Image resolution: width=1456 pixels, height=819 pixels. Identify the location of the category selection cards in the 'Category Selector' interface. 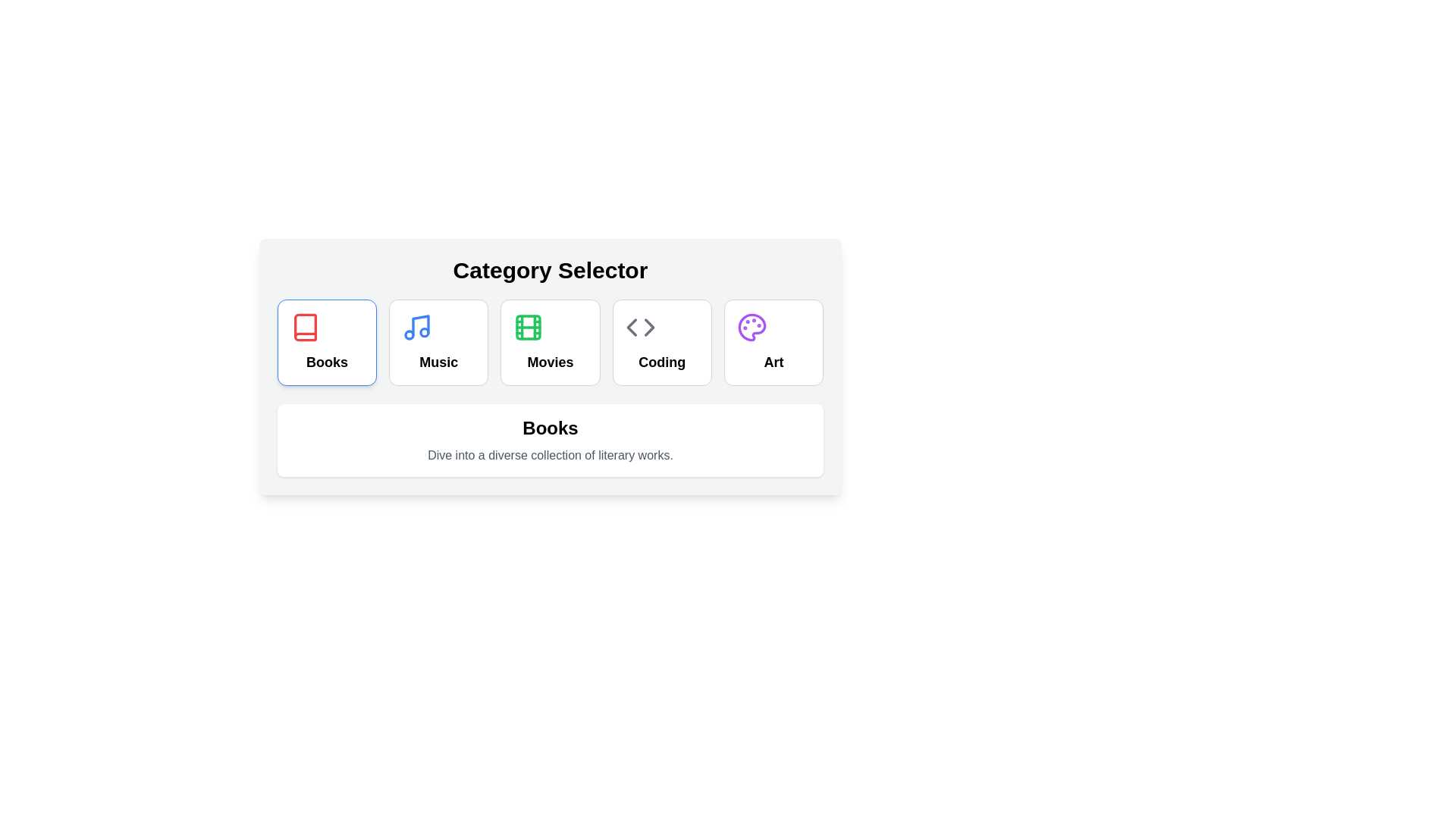
(549, 366).